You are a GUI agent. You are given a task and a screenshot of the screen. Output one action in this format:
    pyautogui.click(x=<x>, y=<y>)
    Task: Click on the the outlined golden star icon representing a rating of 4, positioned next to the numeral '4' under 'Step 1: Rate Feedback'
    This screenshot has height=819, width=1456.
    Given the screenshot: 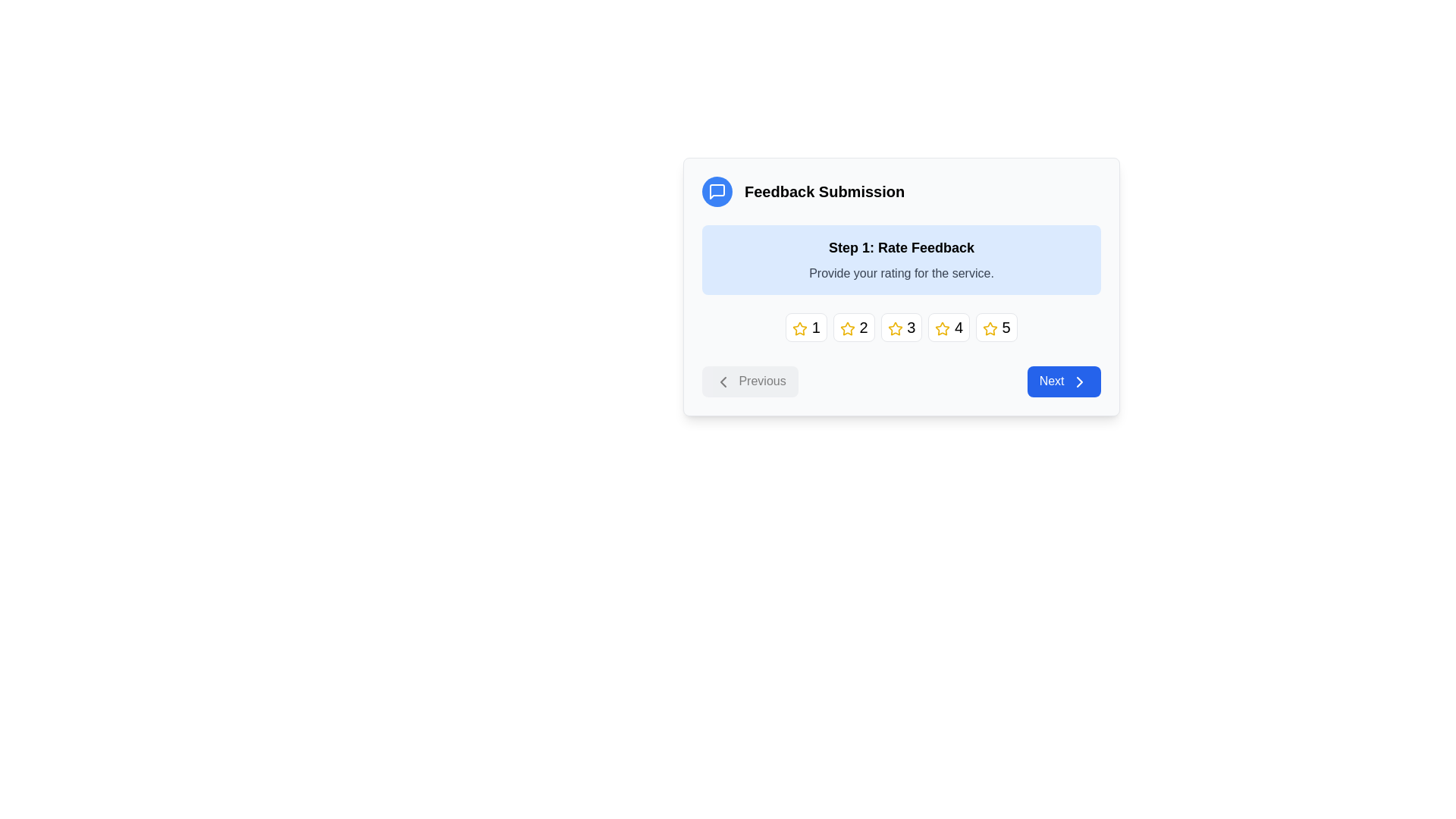 What is the action you would take?
    pyautogui.click(x=942, y=328)
    